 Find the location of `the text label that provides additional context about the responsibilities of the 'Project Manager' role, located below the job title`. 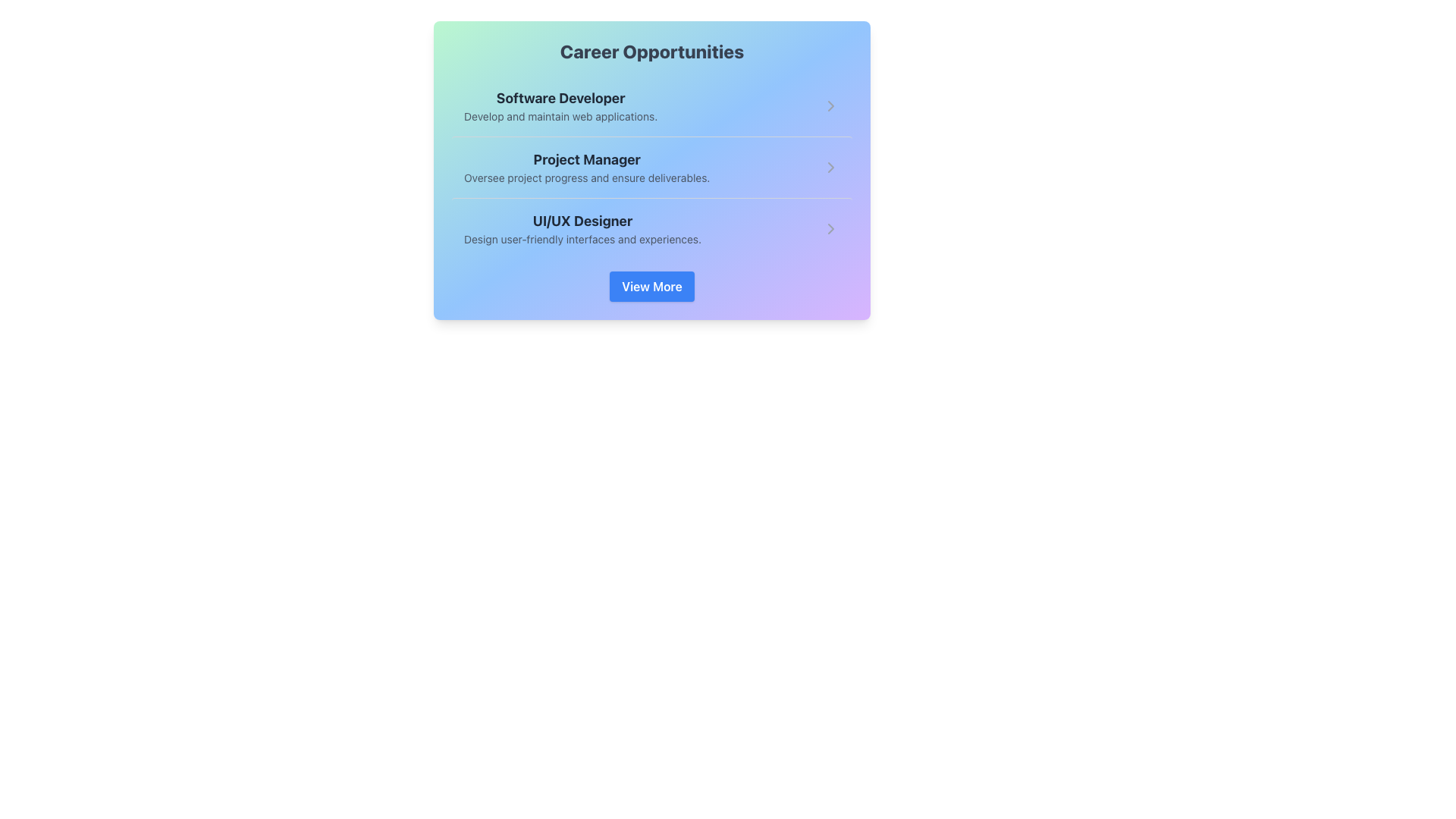

the text label that provides additional context about the responsibilities of the 'Project Manager' role, located below the job title is located at coordinates (586, 177).